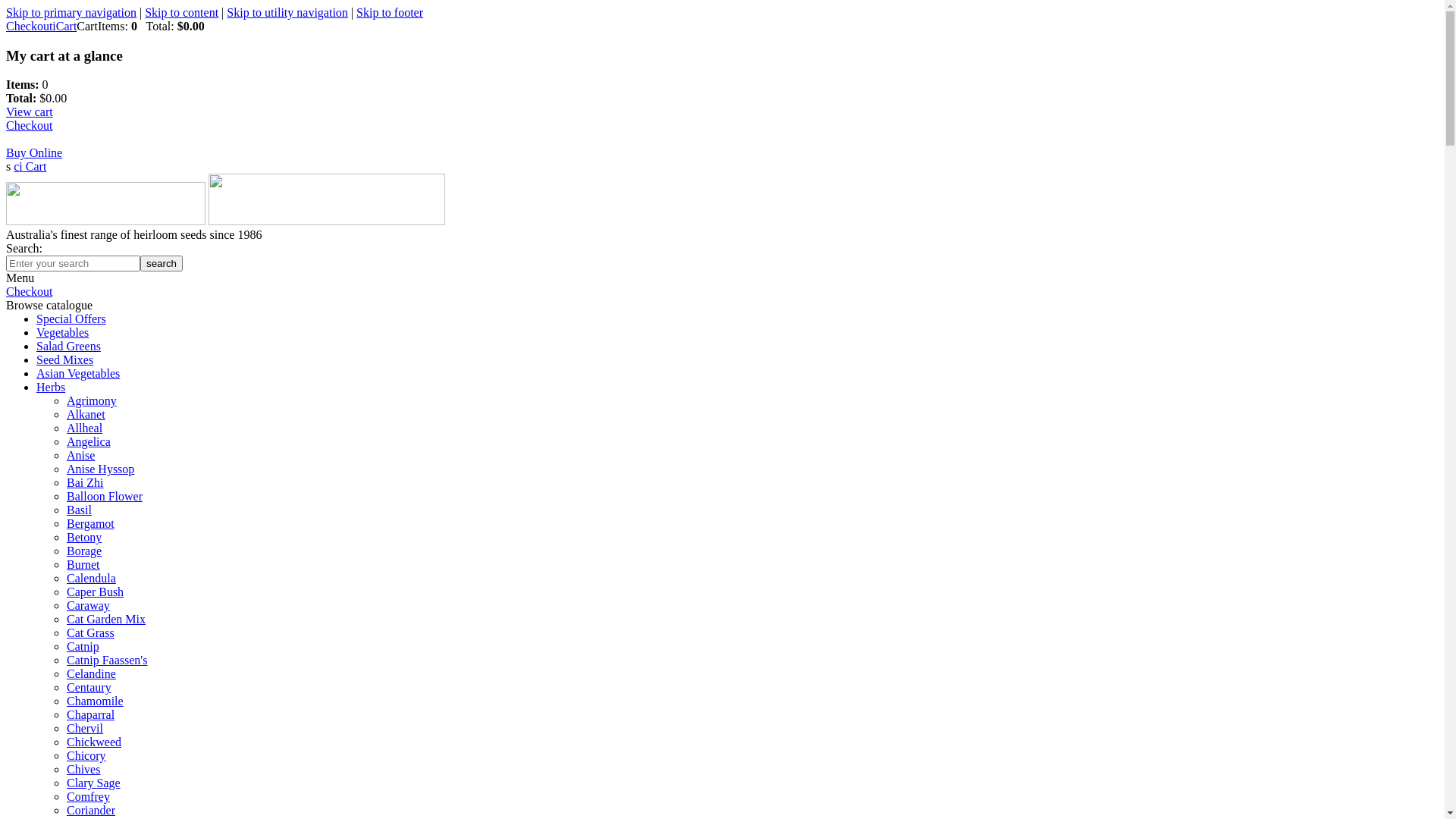  What do you see at coordinates (36, 359) in the screenshot?
I see `'Seed Mixes'` at bounding box center [36, 359].